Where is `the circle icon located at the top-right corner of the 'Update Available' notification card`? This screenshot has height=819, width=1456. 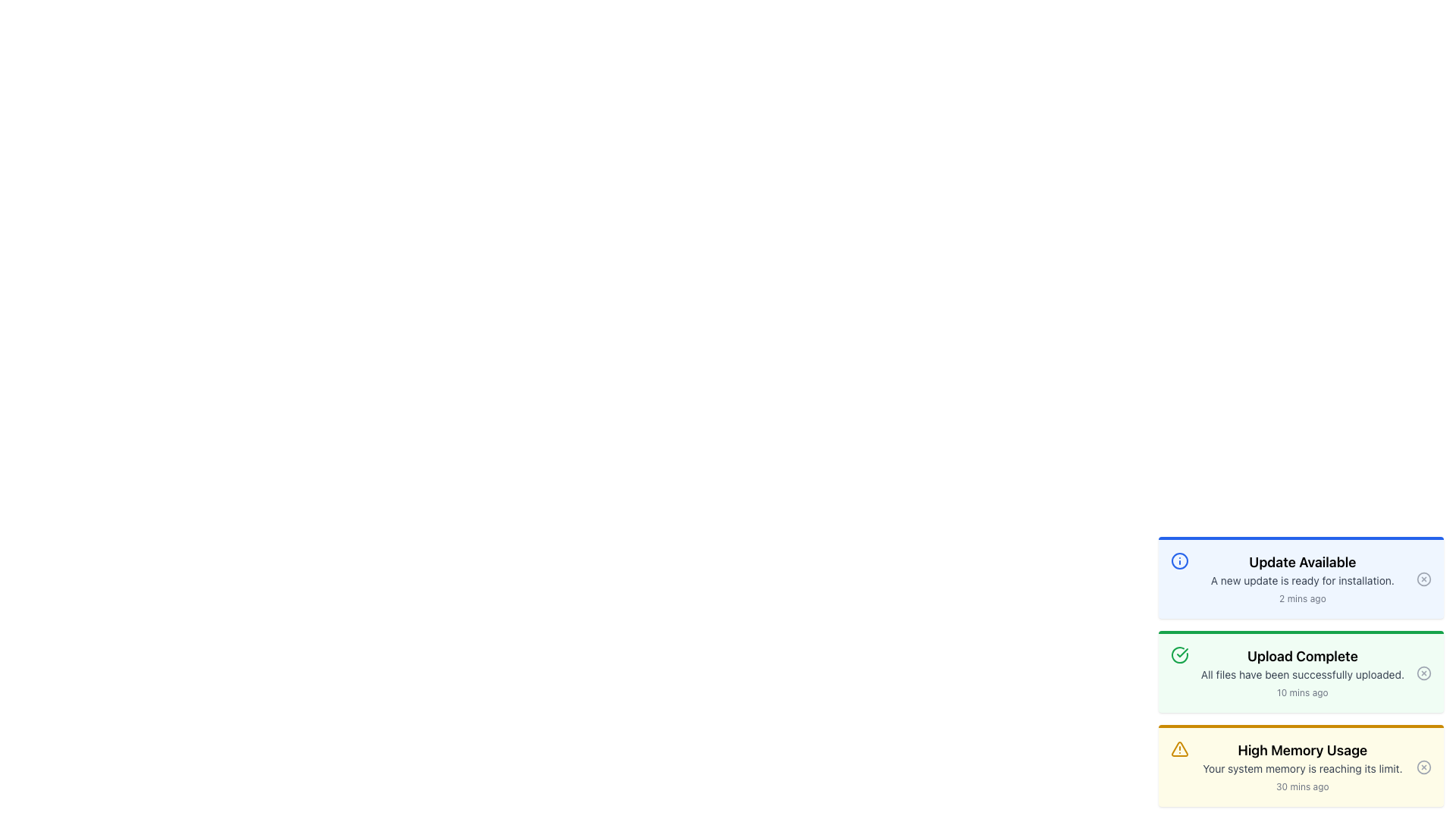
the circle icon located at the top-right corner of the 'Update Available' notification card is located at coordinates (1423, 579).